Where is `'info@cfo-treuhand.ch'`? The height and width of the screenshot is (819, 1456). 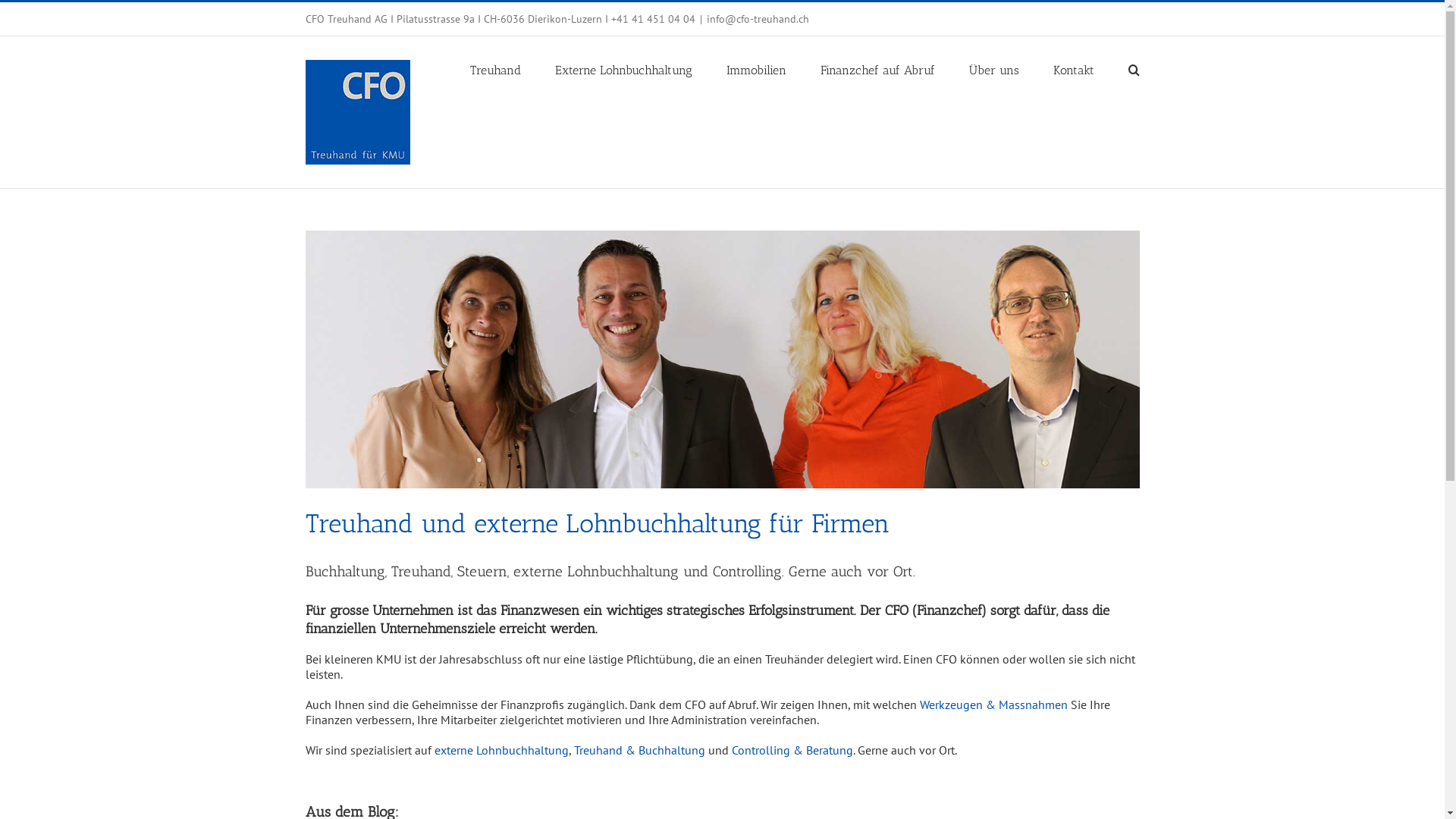
'info@cfo-treuhand.ch' is located at coordinates (758, 18).